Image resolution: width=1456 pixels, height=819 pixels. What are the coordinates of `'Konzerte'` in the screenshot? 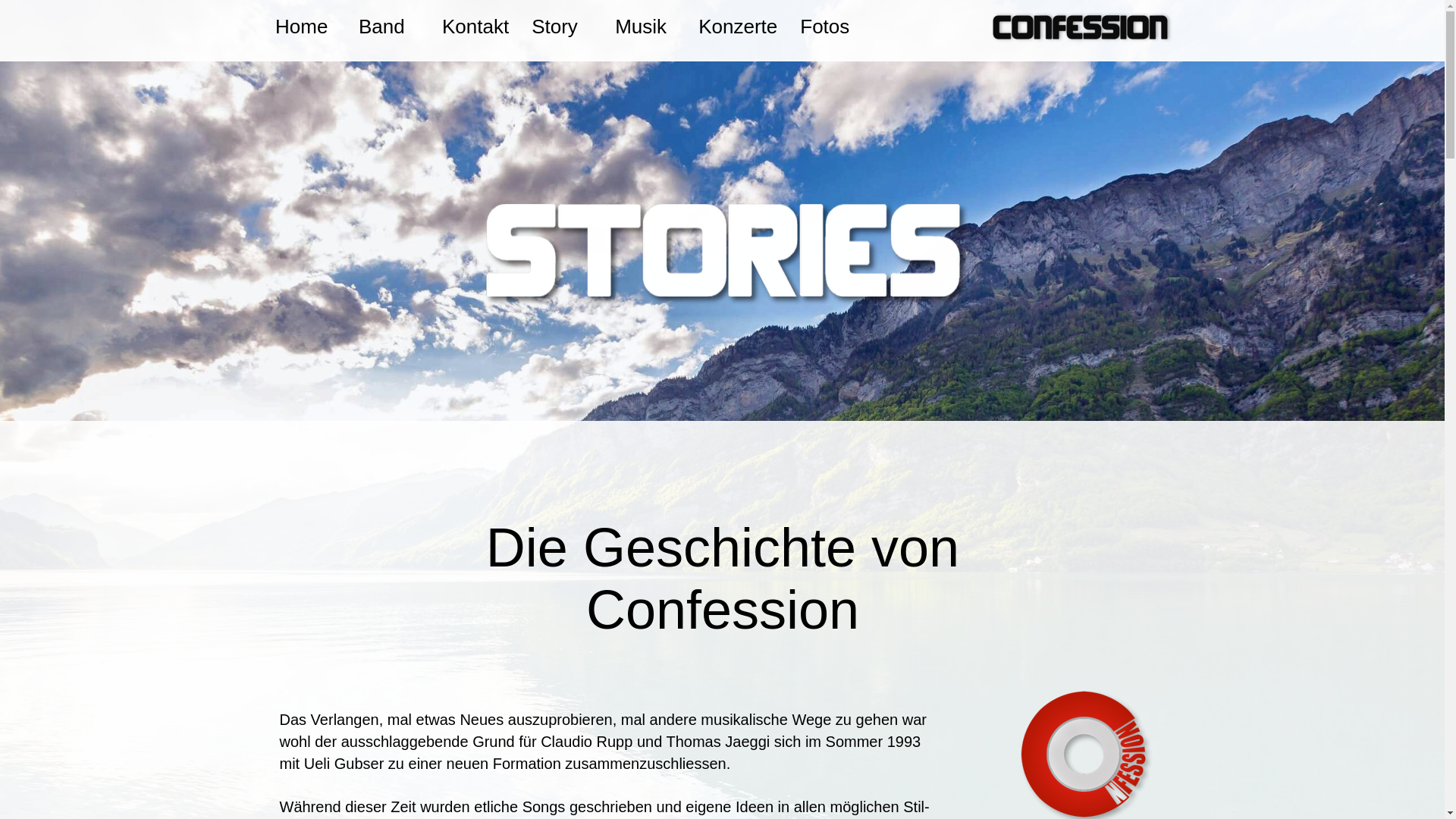 It's located at (738, 26).